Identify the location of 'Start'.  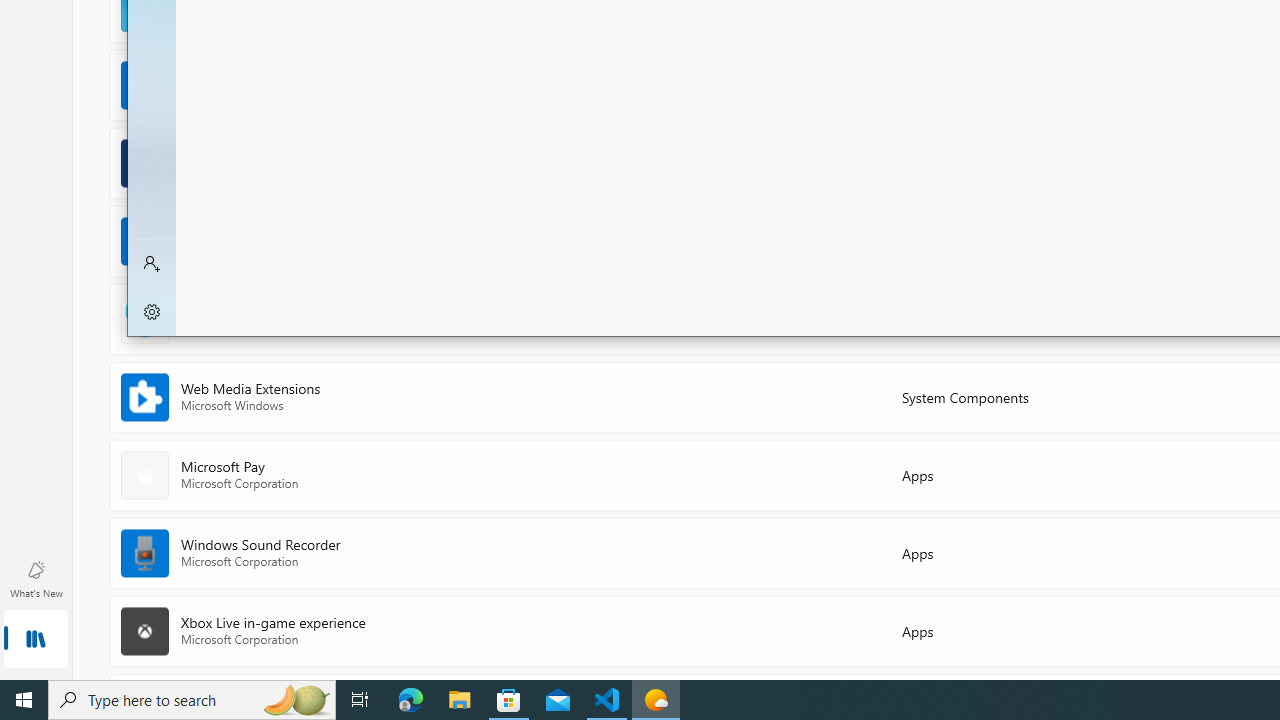
(24, 698).